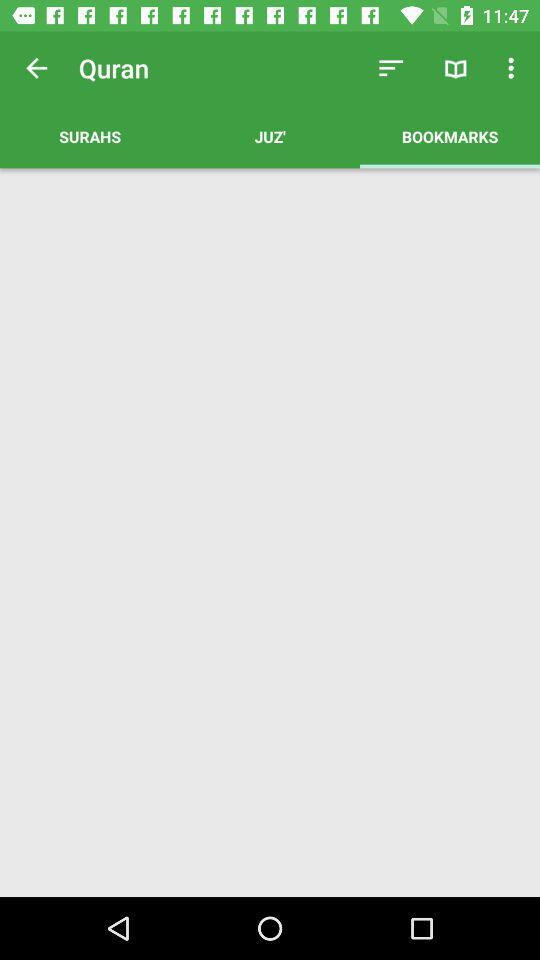 The image size is (540, 960). Describe the element at coordinates (89, 135) in the screenshot. I see `surahs` at that location.